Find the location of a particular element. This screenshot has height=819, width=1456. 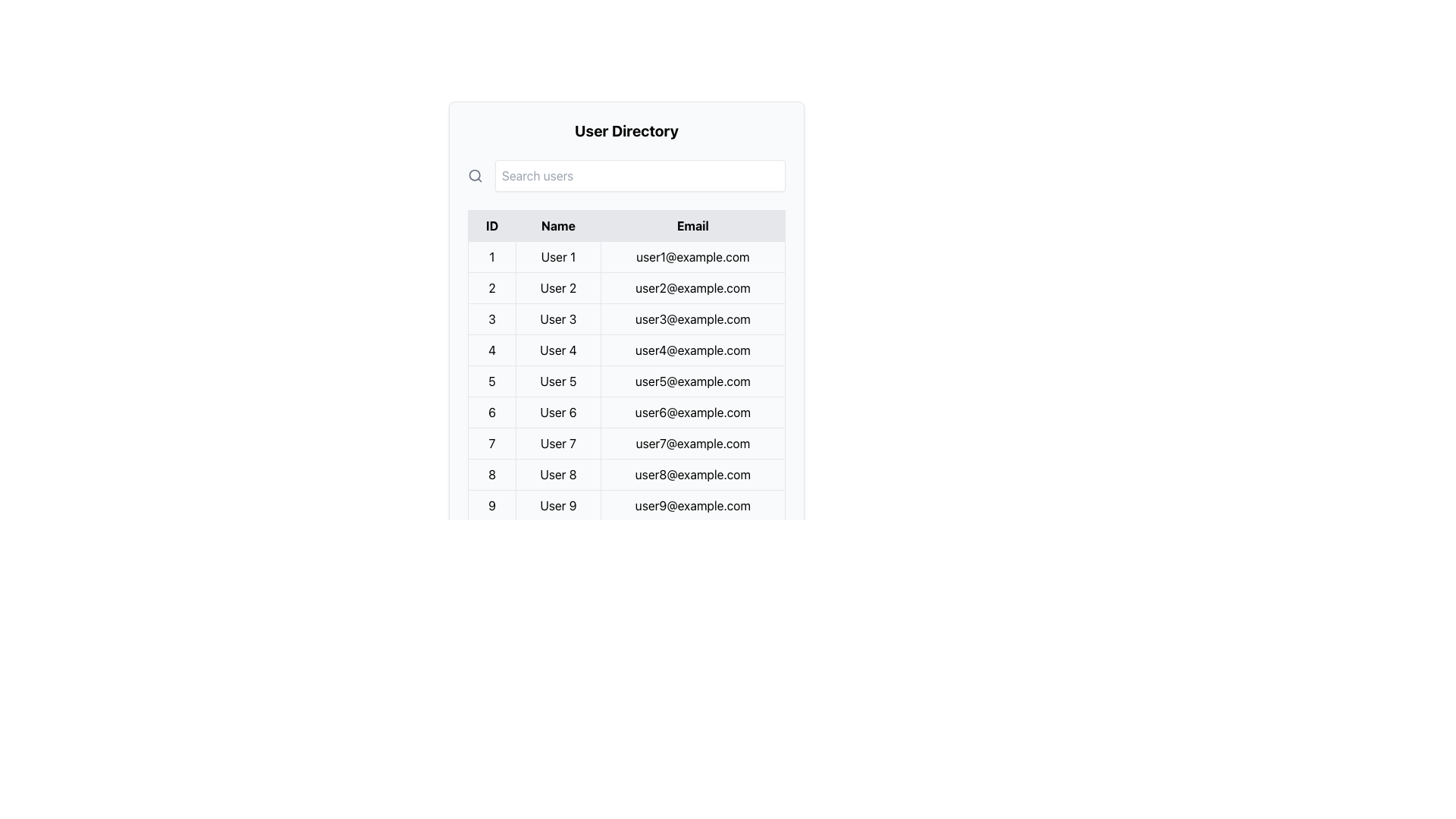

the Table Cell representing the user identifier 'User 3' located in the third row under the 'ID' column is located at coordinates (491, 318).